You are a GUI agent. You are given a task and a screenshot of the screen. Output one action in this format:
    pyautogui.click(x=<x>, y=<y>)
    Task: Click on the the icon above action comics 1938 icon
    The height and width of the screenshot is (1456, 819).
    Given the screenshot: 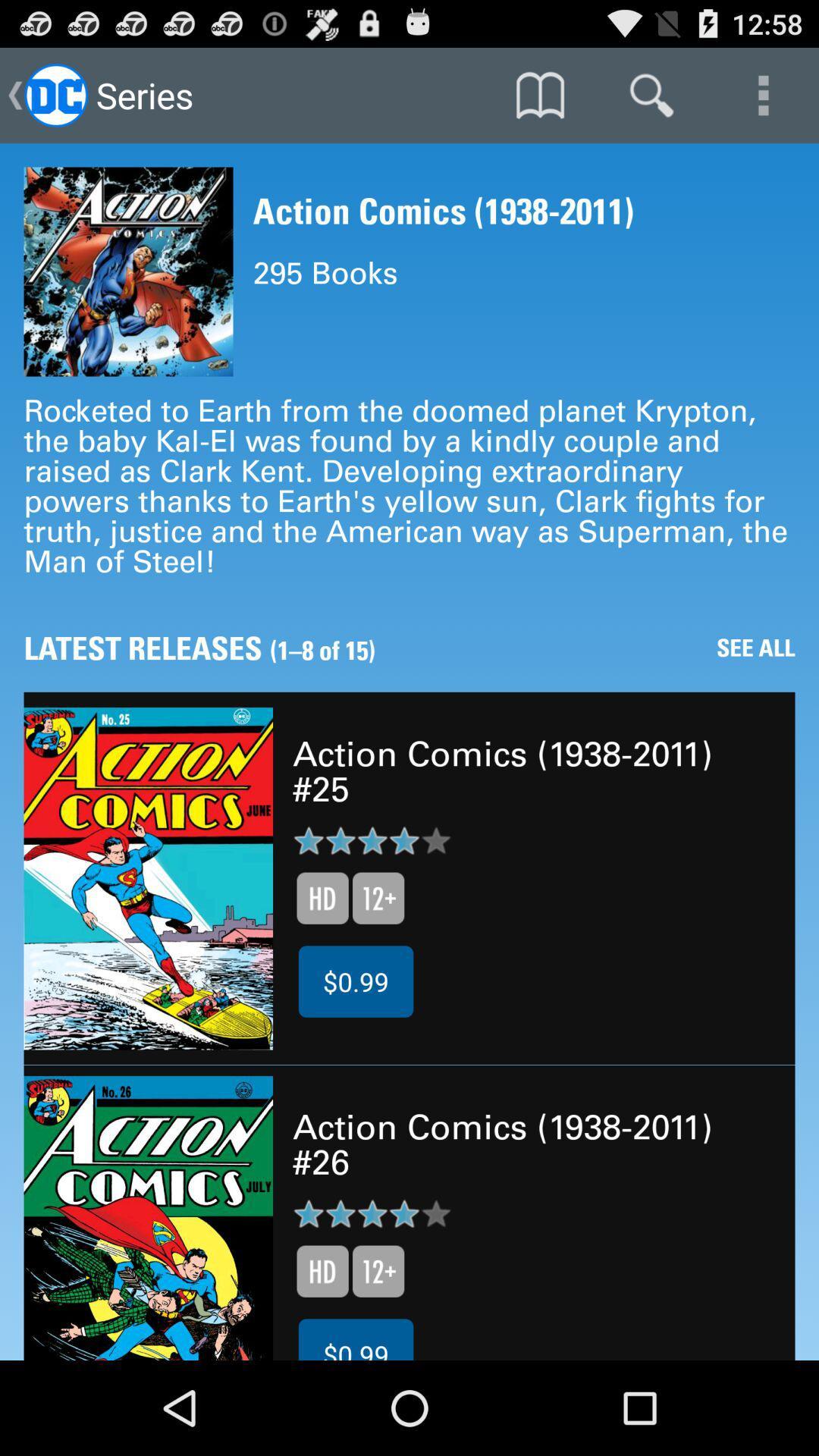 What is the action you would take?
    pyautogui.click(x=539, y=94)
    